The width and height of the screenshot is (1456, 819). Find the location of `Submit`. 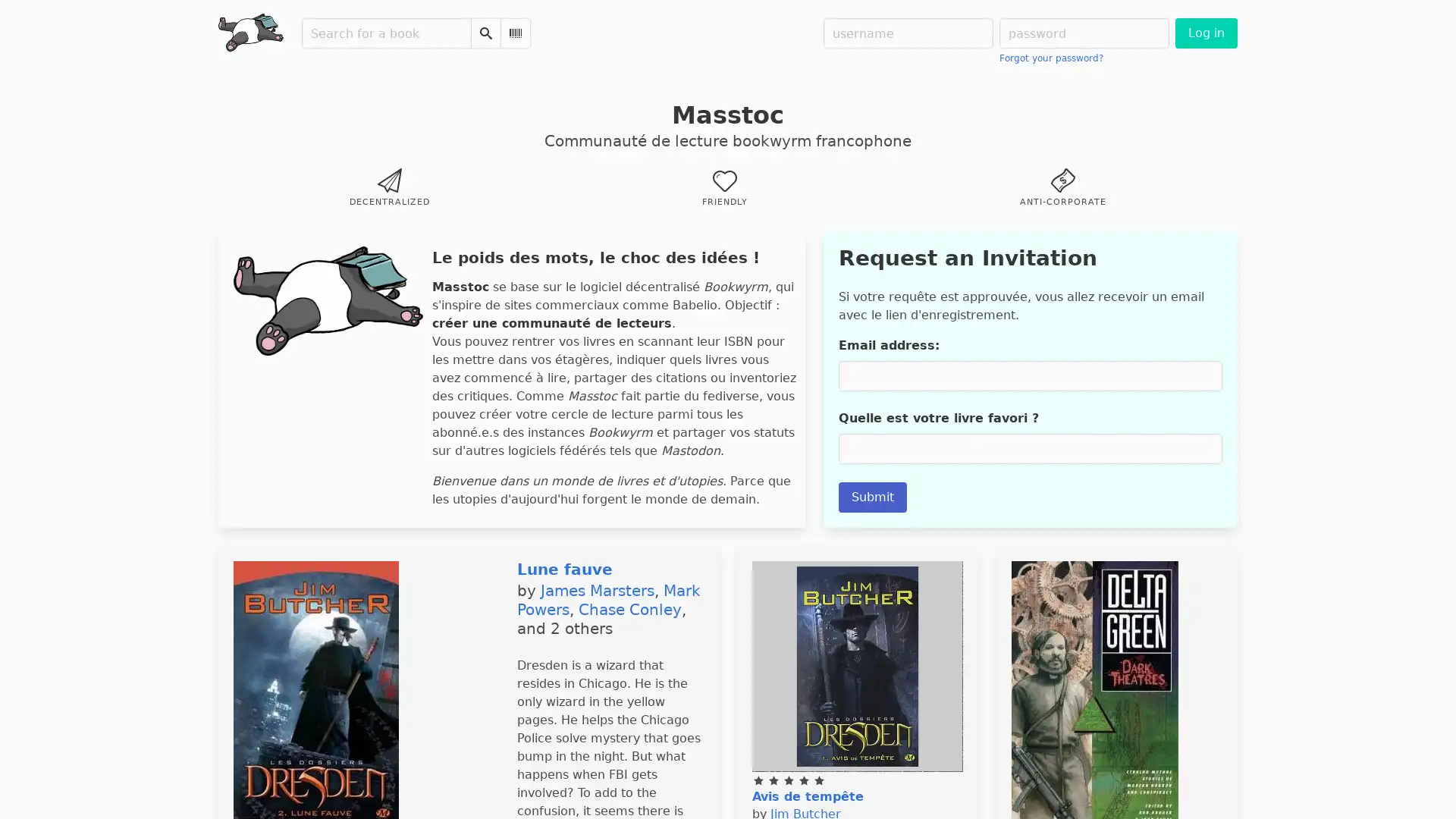

Submit is located at coordinates (872, 497).